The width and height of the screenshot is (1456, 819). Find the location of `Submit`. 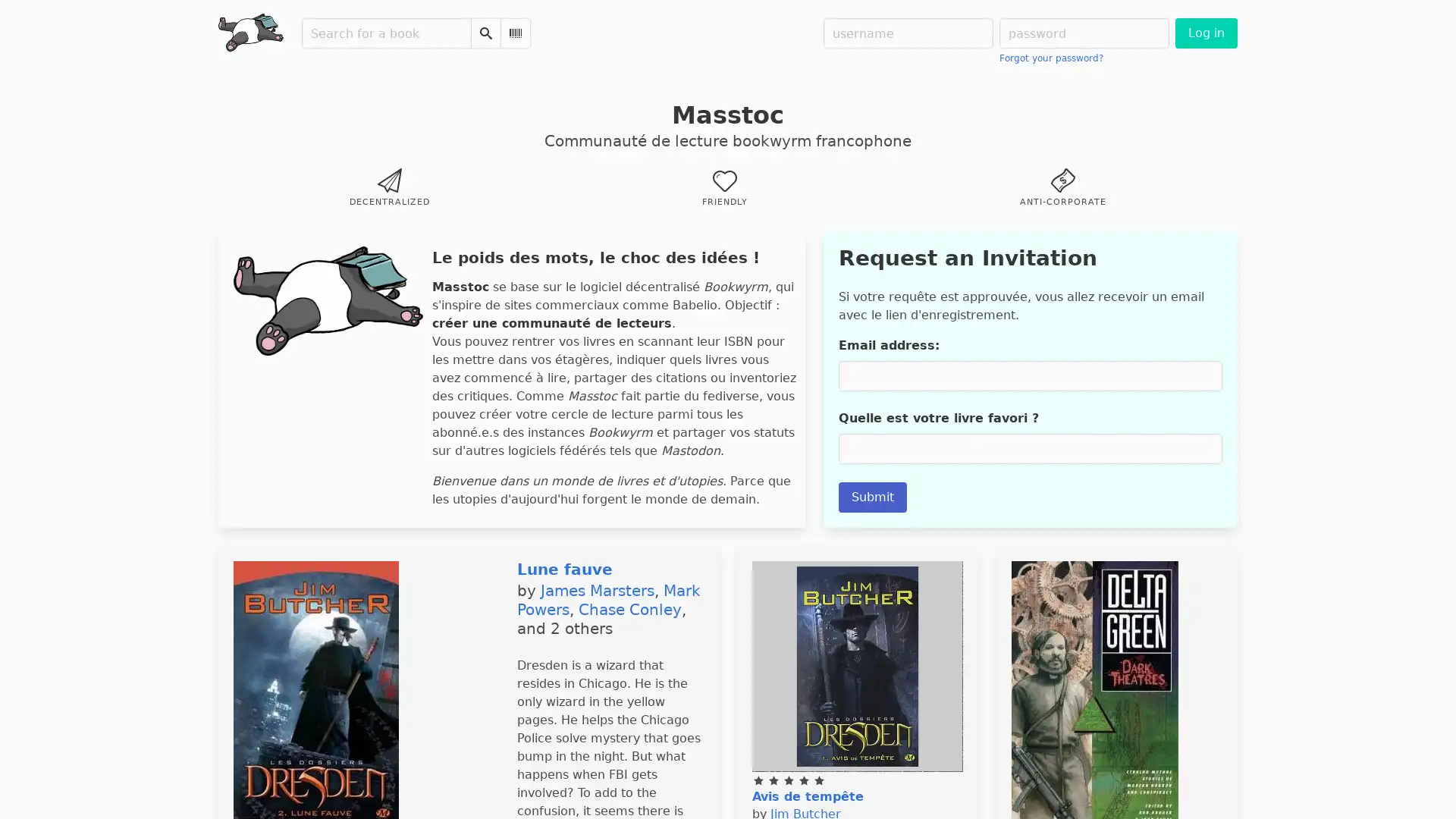

Submit is located at coordinates (872, 497).